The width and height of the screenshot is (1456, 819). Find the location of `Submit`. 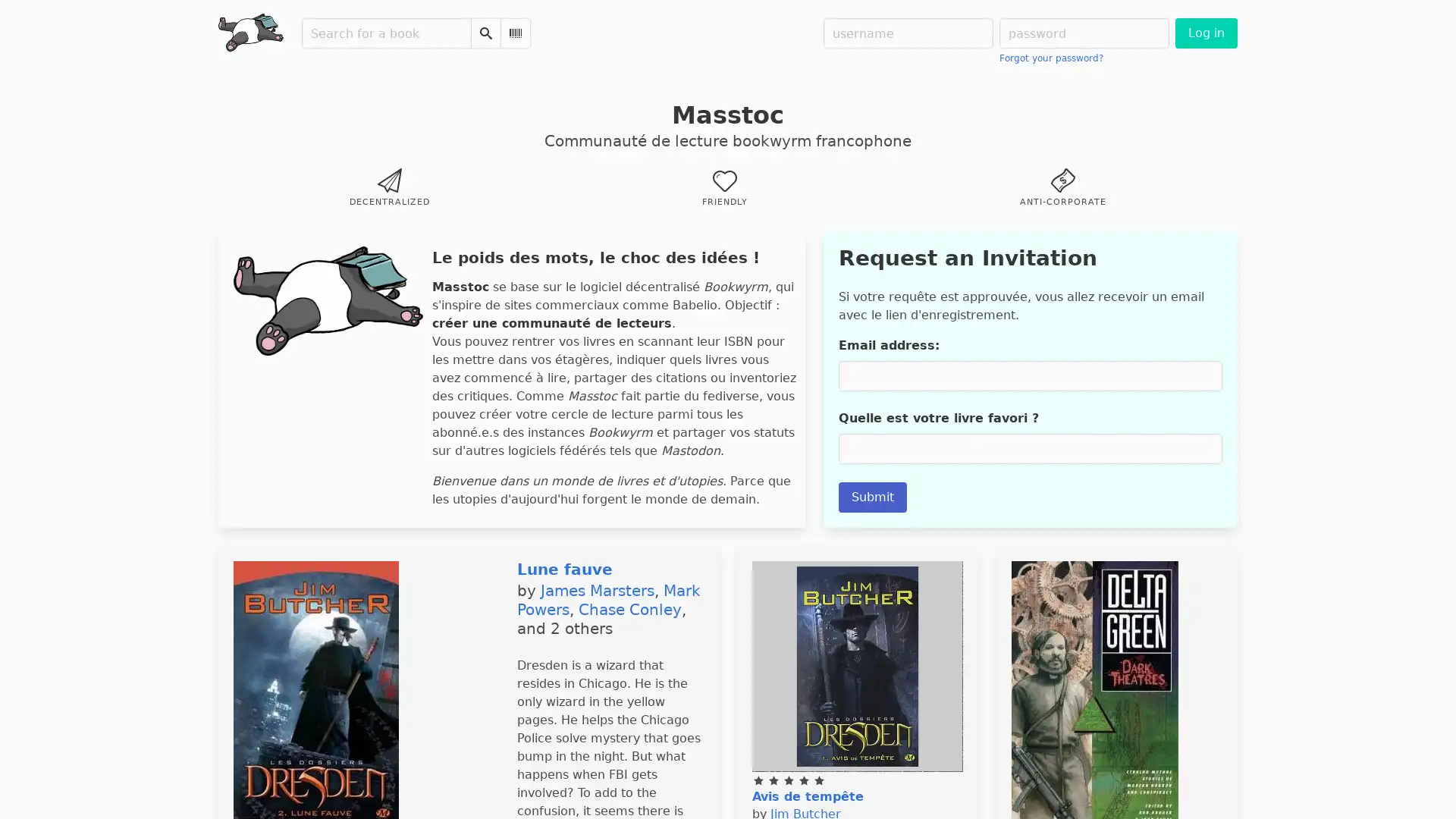

Submit is located at coordinates (872, 497).